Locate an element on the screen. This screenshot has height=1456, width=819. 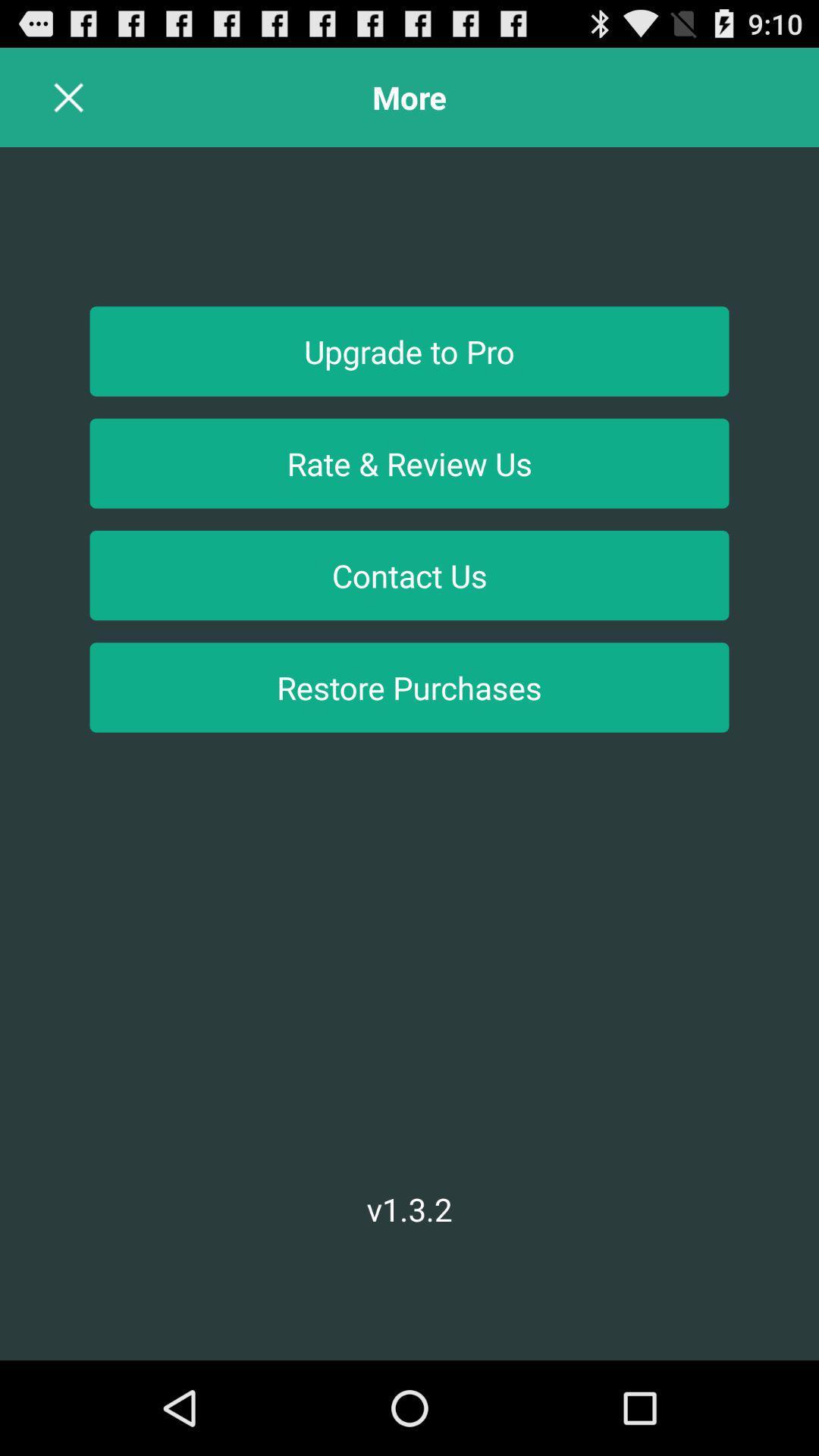
the button below the upgrade to pro icon is located at coordinates (409, 463).